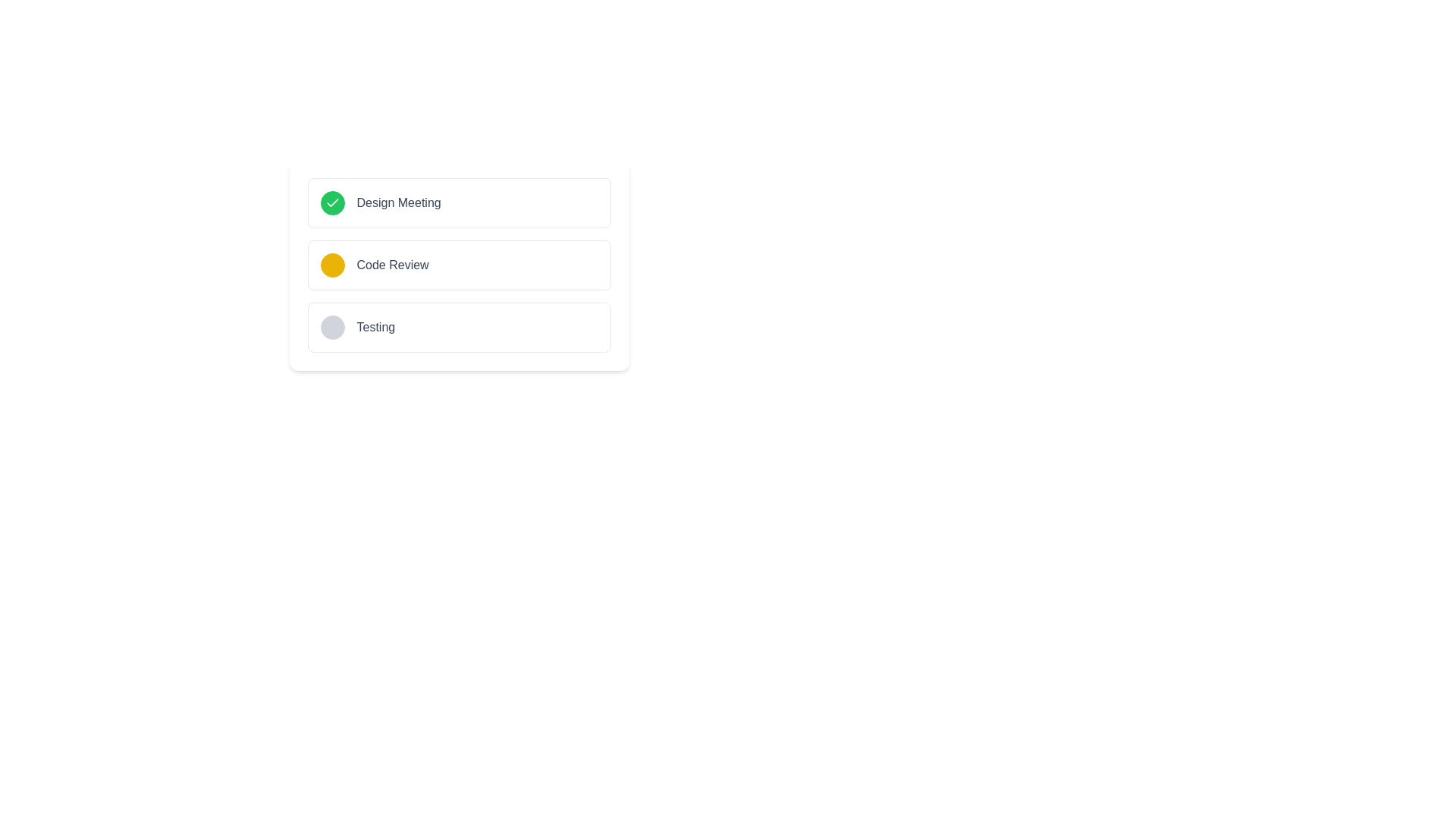 The width and height of the screenshot is (1456, 819). Describe the element at coordinates (331, 202) in the screenshot. I see `the green checkmark icon indicating confirmation for the 'Design Meeting' item in the vertical list of options` at that location.